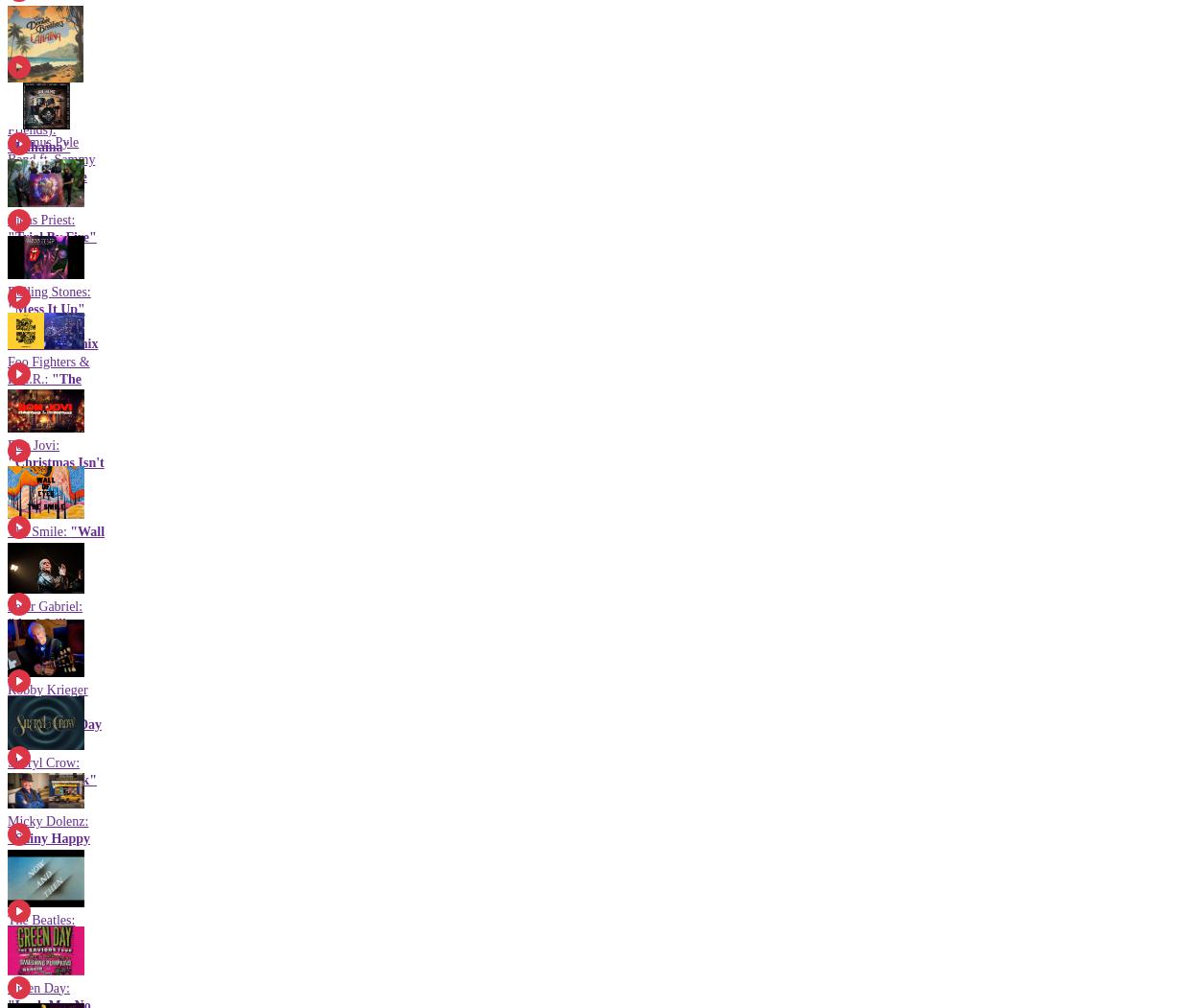 The image size is (1177, 1008). What do you see at coordinates (47, 820) in the screenshot?
I see `'Micky Dolenz:'` at bounding box center [47, 820].